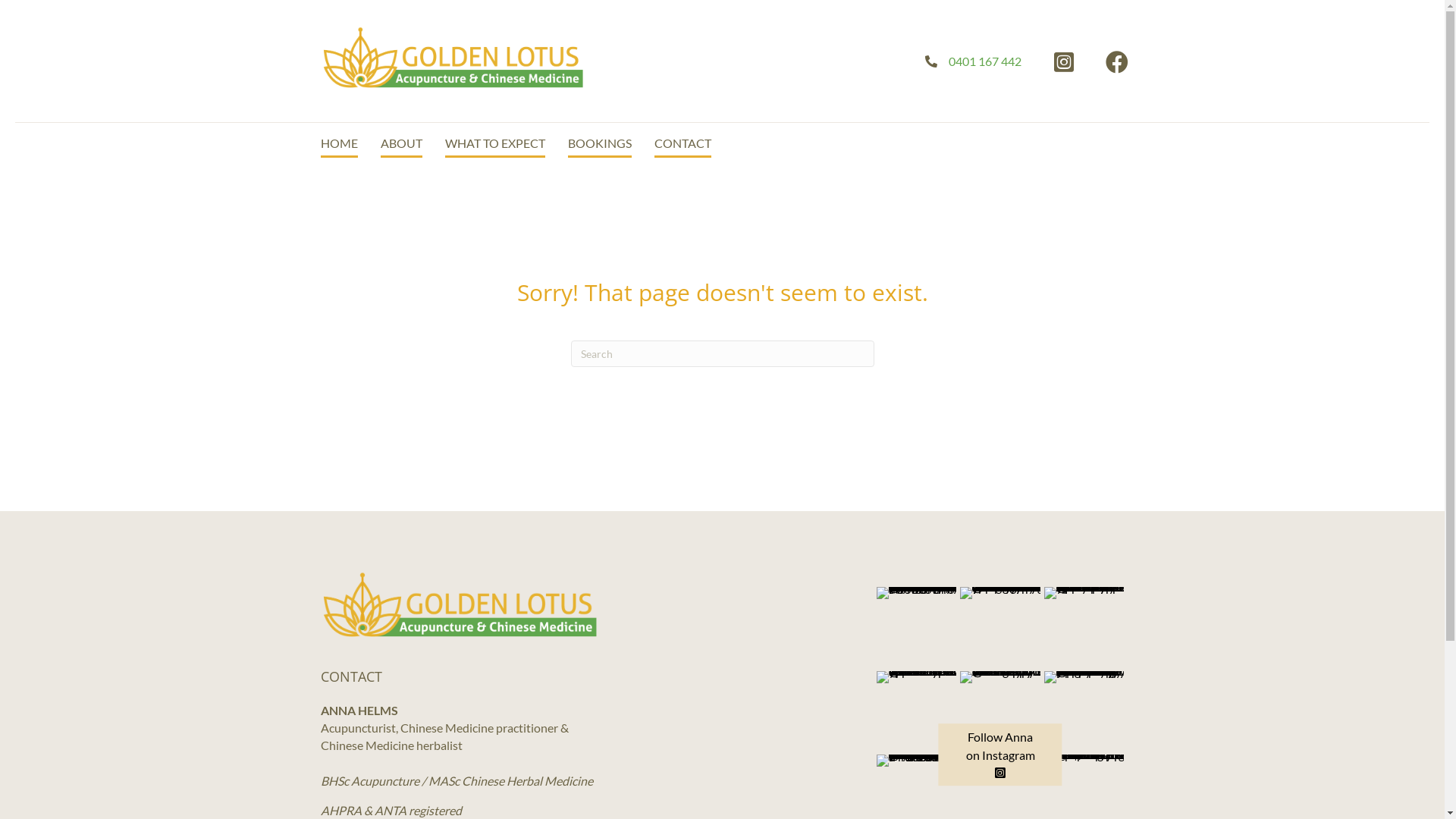 The image size is (1456, 819). Describe the element at coordinates (451, 56) in the screenshot. I see `'GoldenLotus_Logo_2023'` at that location.